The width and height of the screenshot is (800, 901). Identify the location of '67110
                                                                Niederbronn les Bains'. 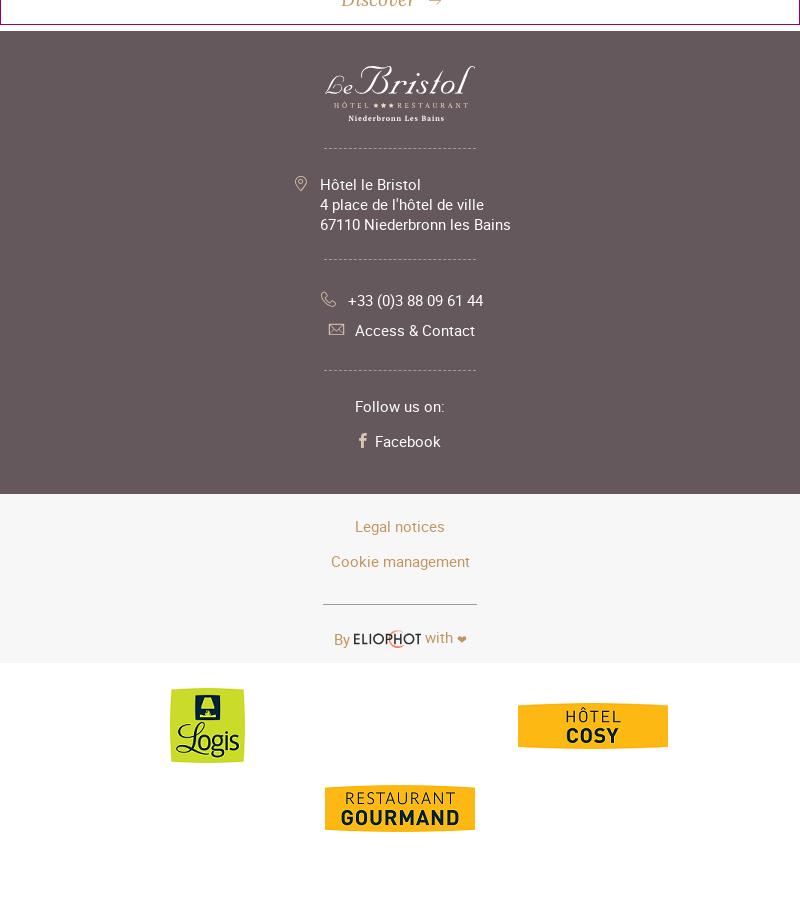
(317, 221).